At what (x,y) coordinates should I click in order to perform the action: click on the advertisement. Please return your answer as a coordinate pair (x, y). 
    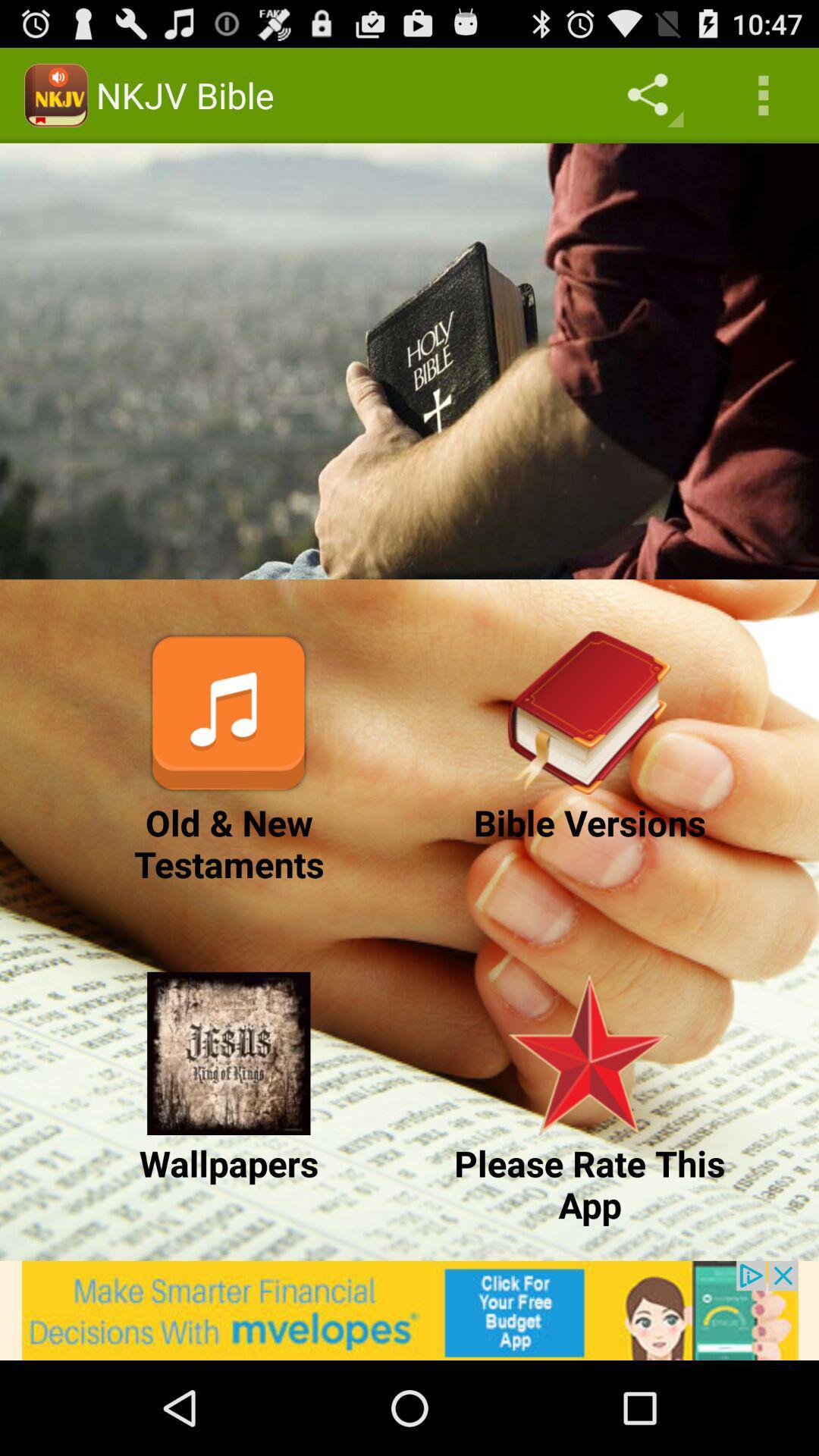
    Looking at the image, I should click on (409, 1310).